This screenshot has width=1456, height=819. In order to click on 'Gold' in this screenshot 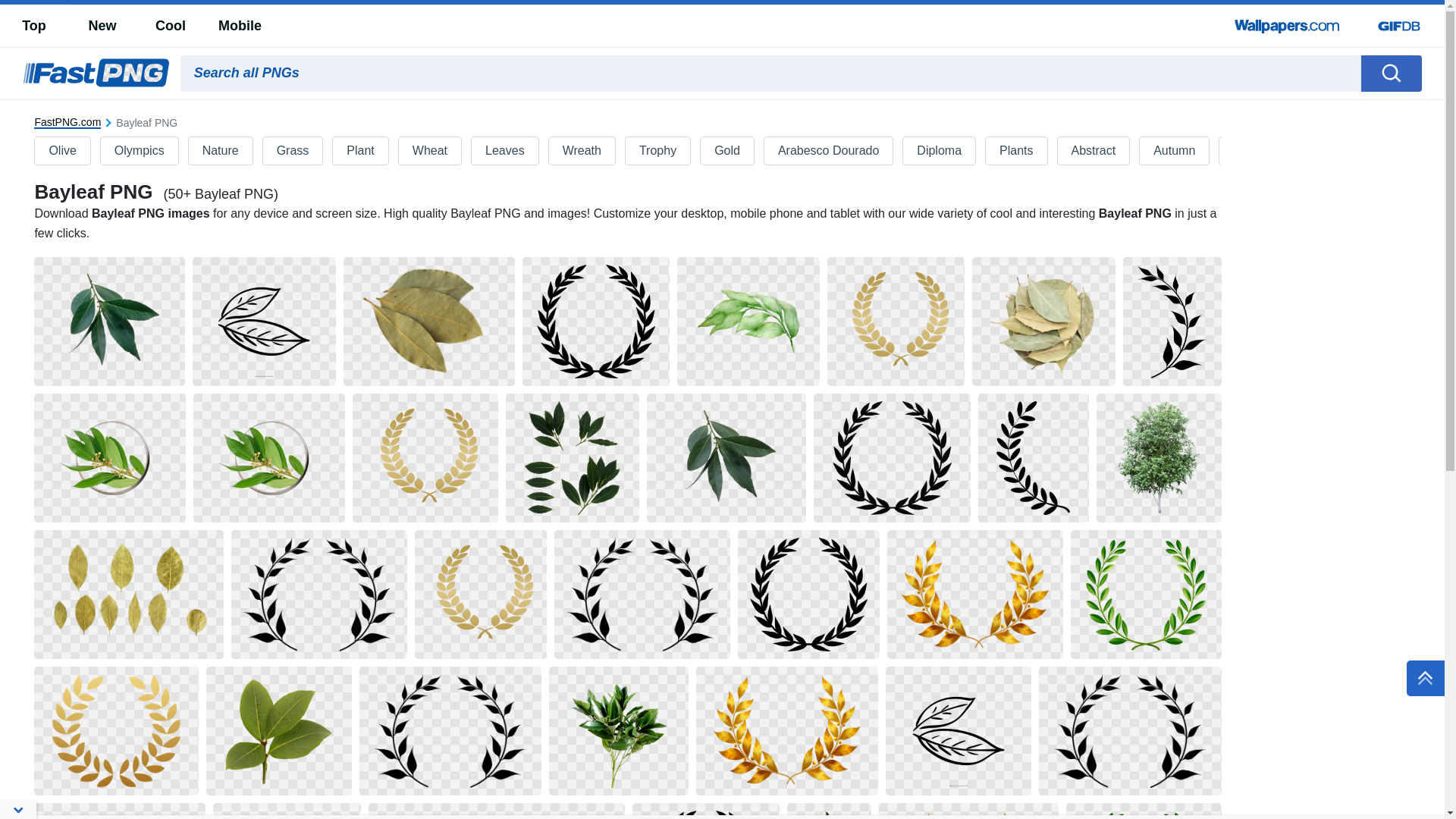, I will do `click(726, 151)`.